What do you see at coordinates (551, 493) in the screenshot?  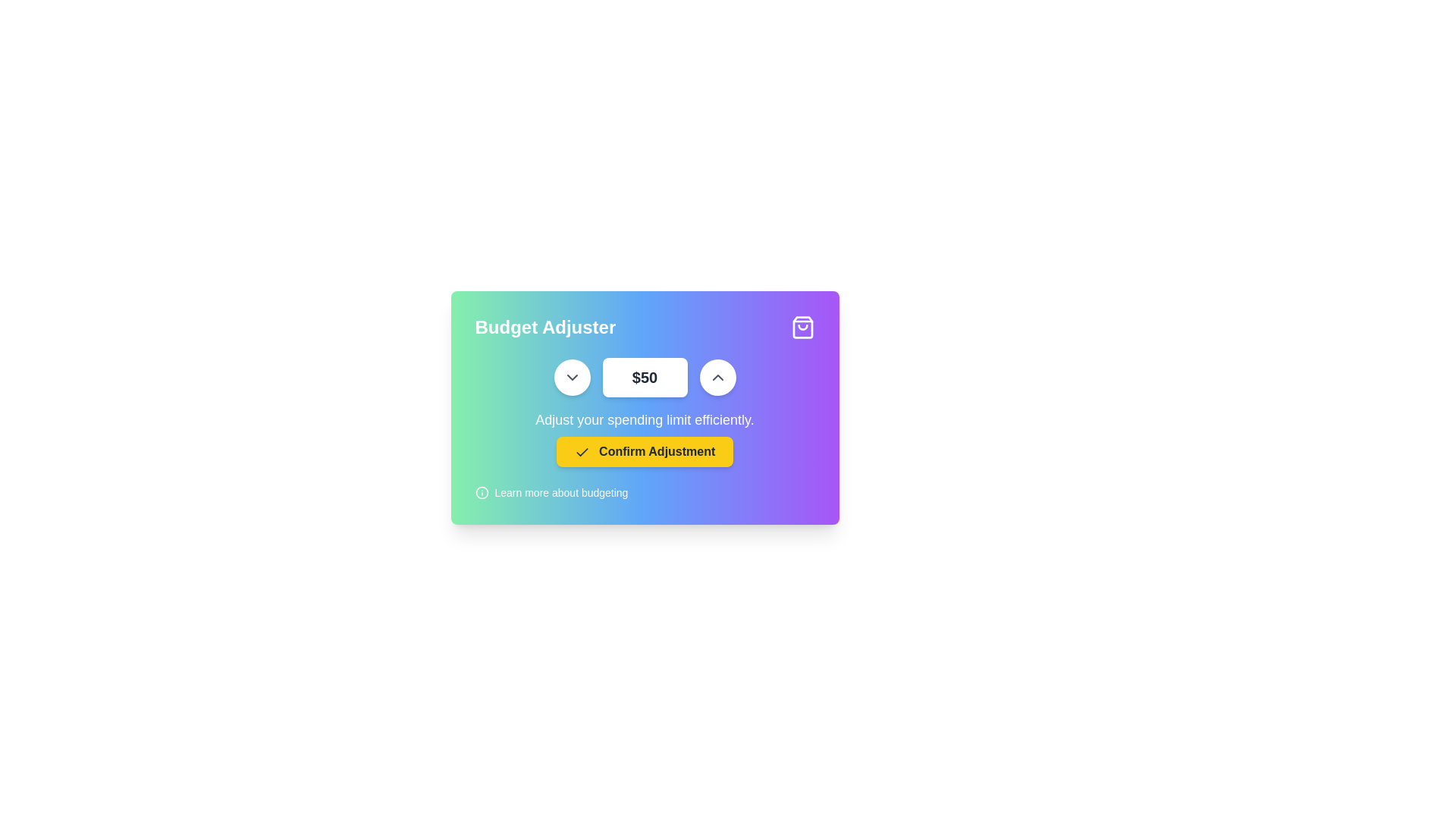 I see `the hyperlink with icon and text located at the bottom of the 'Budget Adjuster' card interface` at bounding box center [551, 493].